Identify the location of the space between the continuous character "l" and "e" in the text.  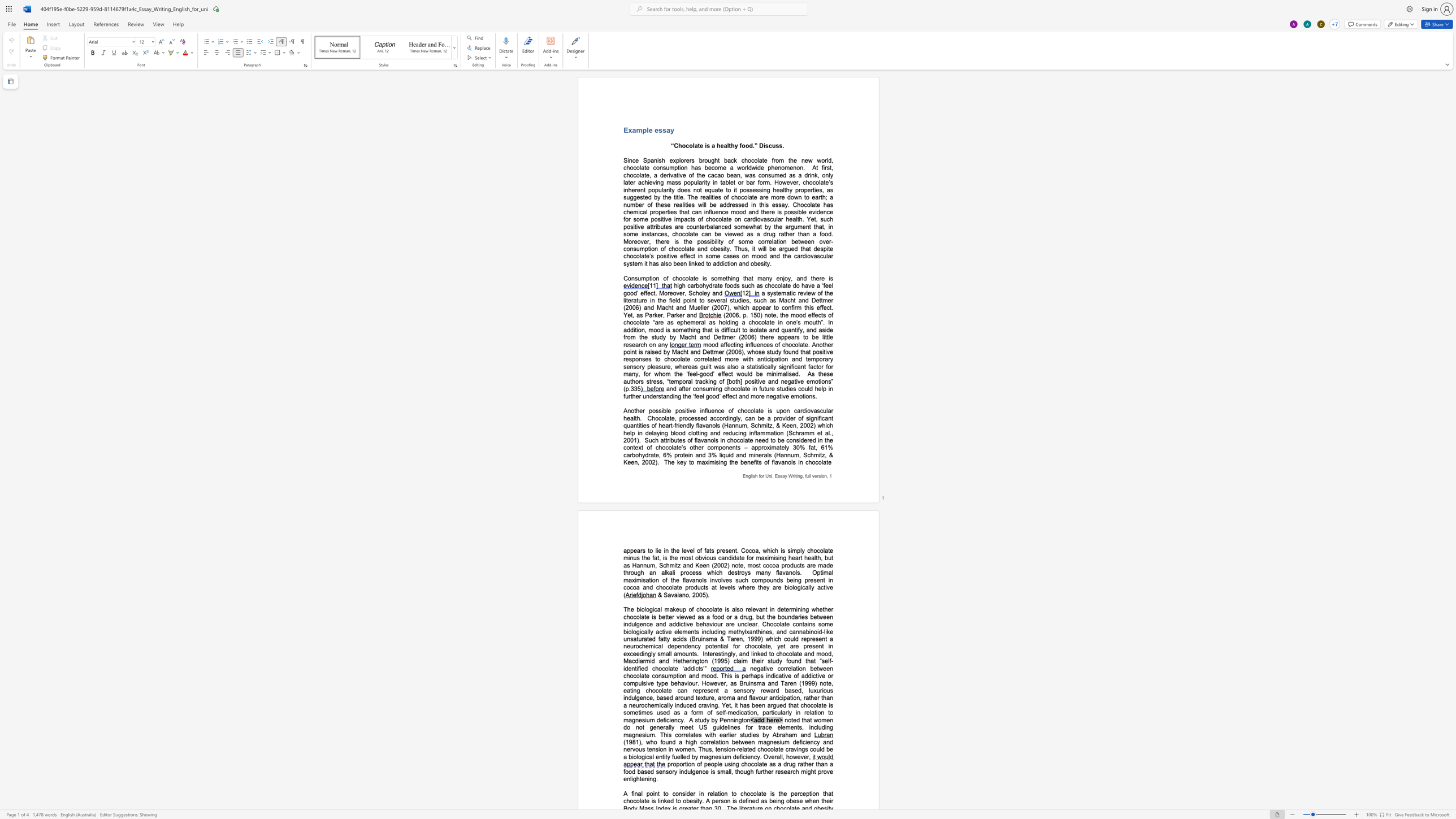
(649, 129).